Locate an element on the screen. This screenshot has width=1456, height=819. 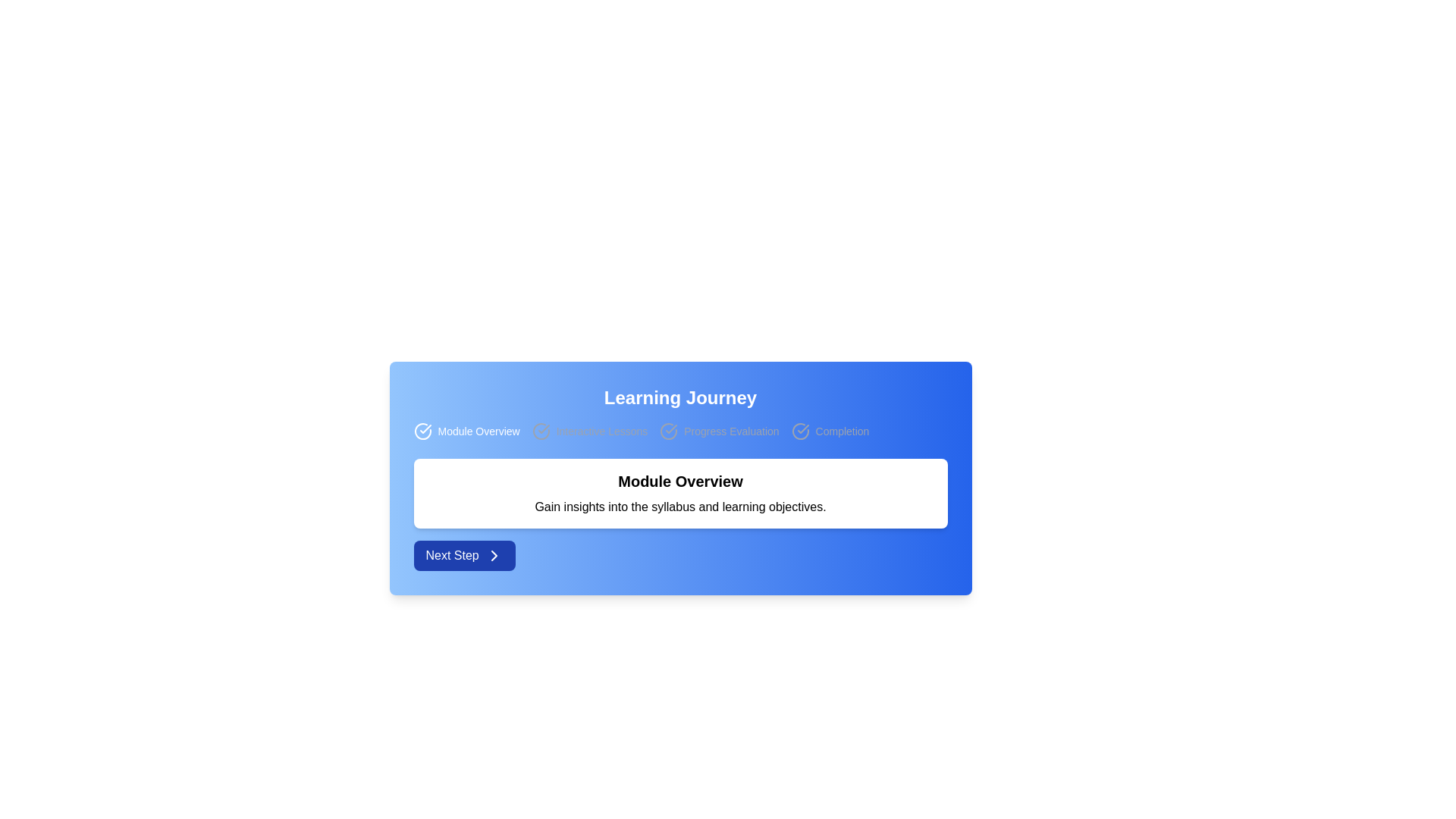
the right-pointing chevron-shaped icon within the 'Next Step' button for additional visual feedback is located at coordinates (494, 555).